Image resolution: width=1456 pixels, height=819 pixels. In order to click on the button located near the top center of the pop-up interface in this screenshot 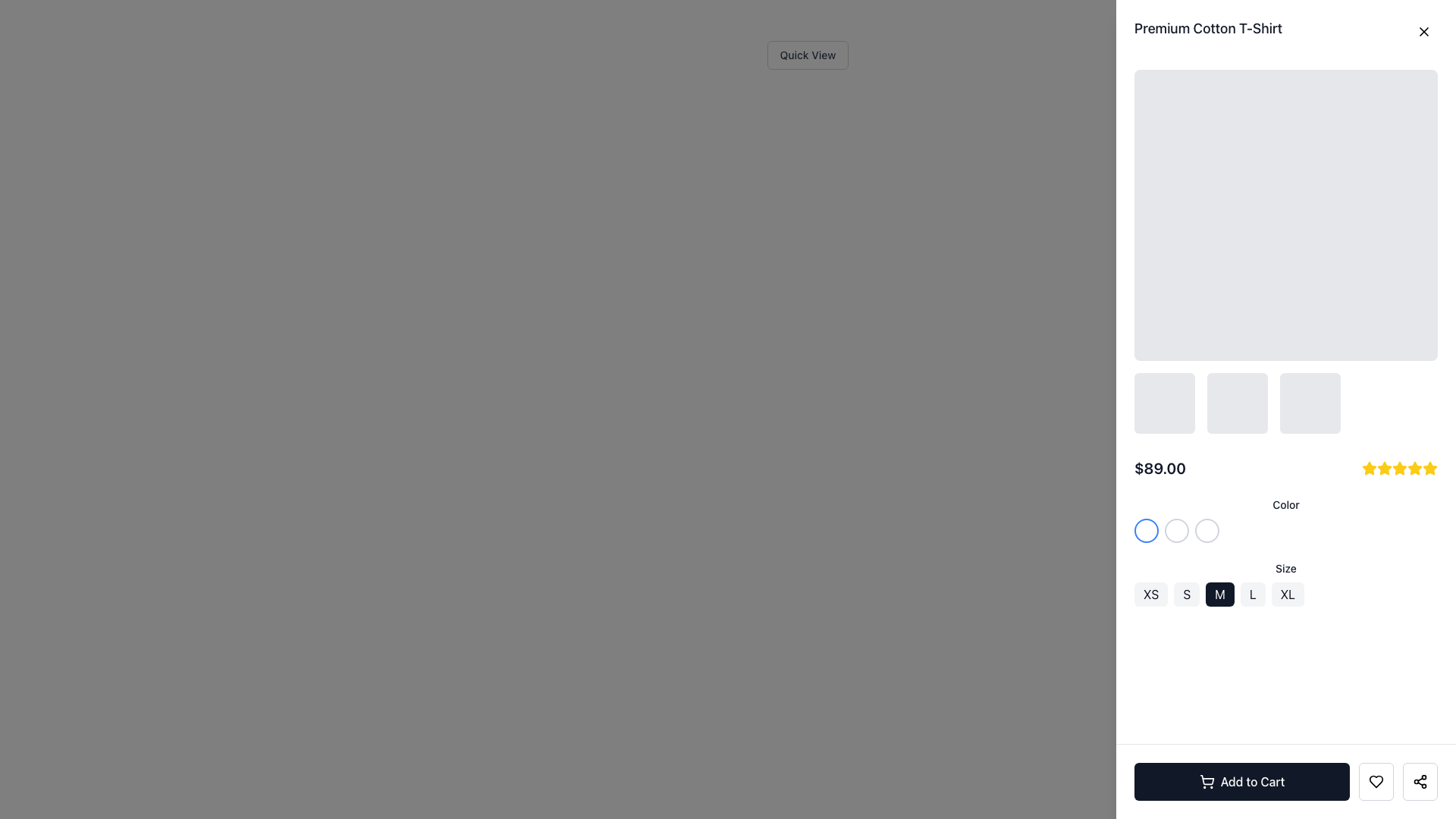, I will do `click(807, 55)`.